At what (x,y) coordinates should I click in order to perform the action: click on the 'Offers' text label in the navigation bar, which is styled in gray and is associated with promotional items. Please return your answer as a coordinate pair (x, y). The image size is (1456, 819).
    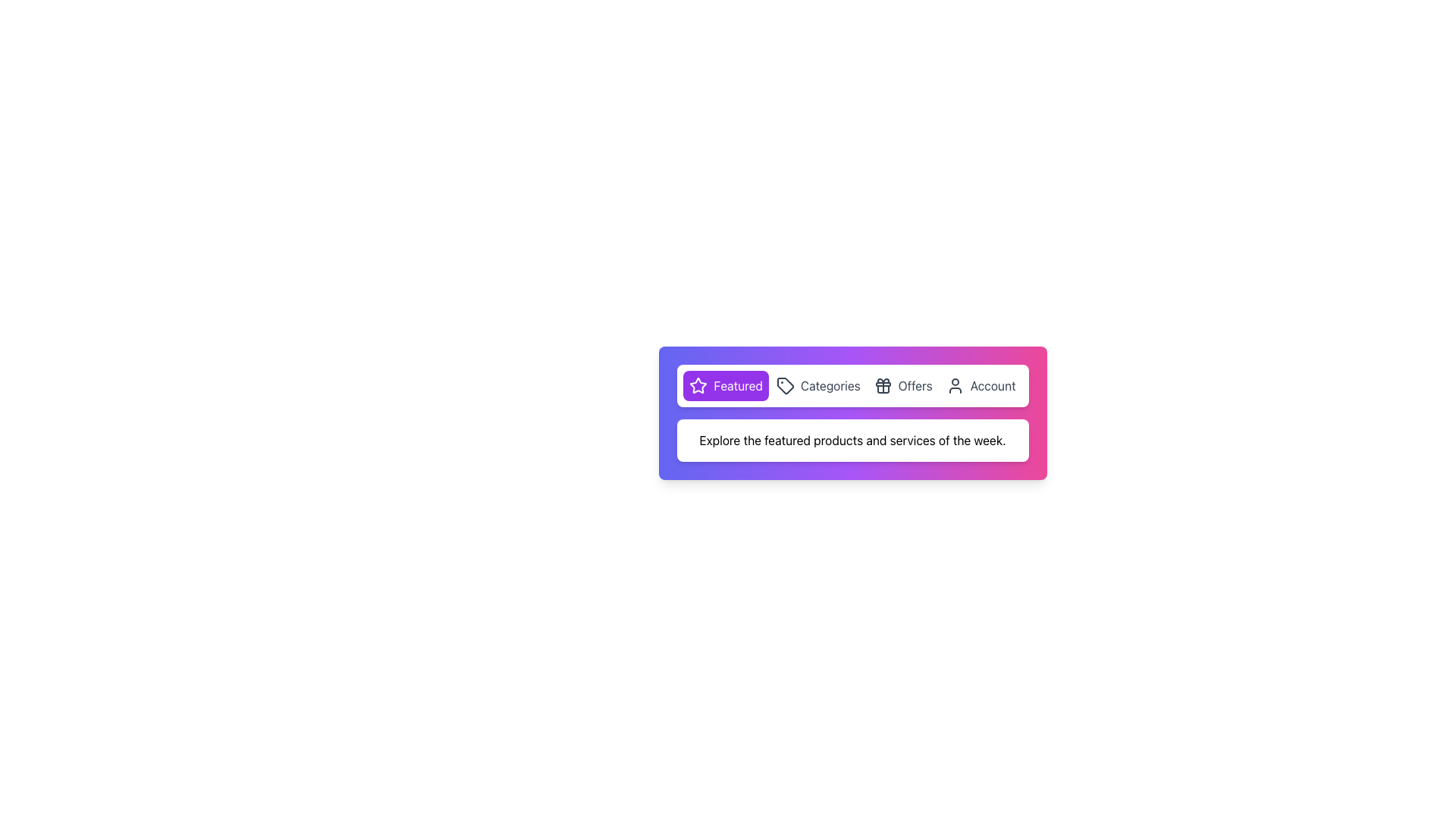
    Looking at the image, I should click on (915, 385).